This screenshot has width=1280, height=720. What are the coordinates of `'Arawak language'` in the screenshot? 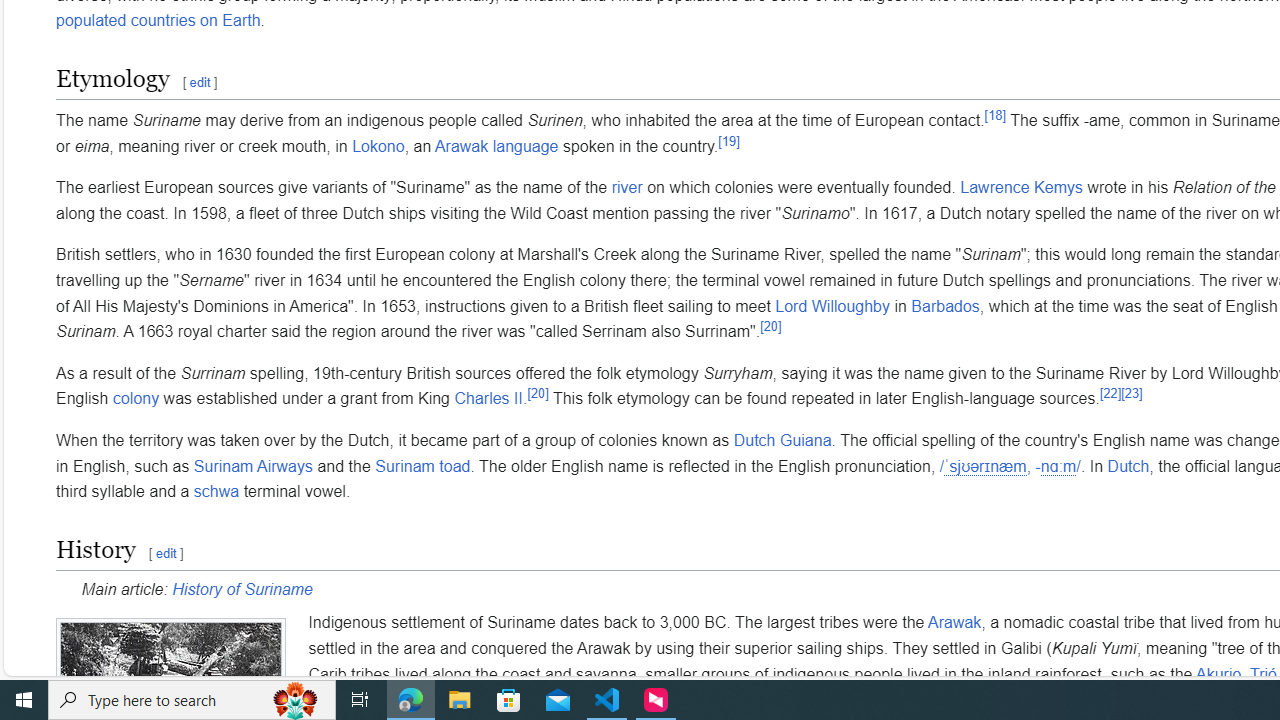 It's located at (496, 144).